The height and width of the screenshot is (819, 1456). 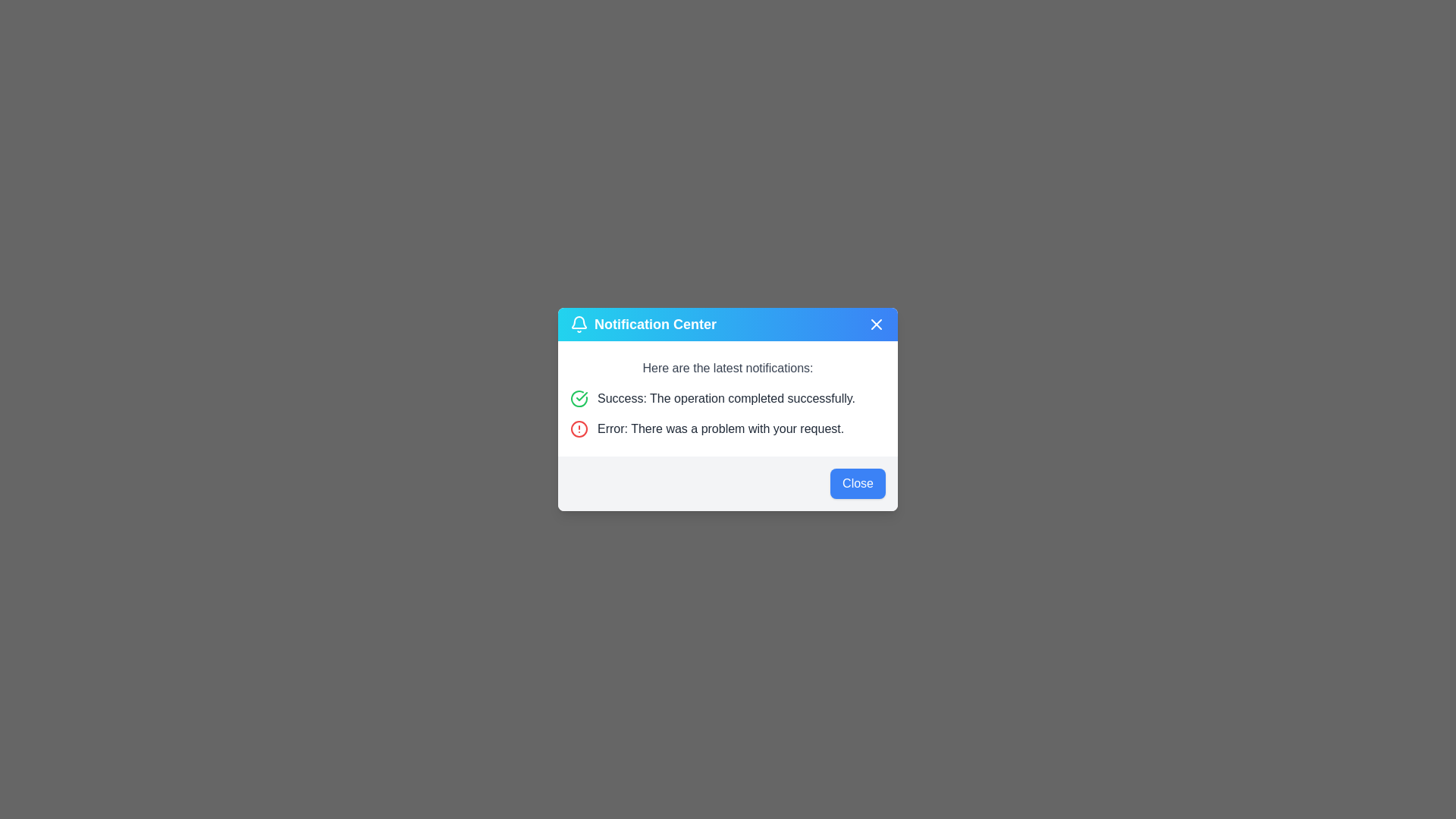 I want to click on text of the Notification area located centrally within the modal, below the title 'Notification Center', which displays success and error messages, so click(x=728, y=397).